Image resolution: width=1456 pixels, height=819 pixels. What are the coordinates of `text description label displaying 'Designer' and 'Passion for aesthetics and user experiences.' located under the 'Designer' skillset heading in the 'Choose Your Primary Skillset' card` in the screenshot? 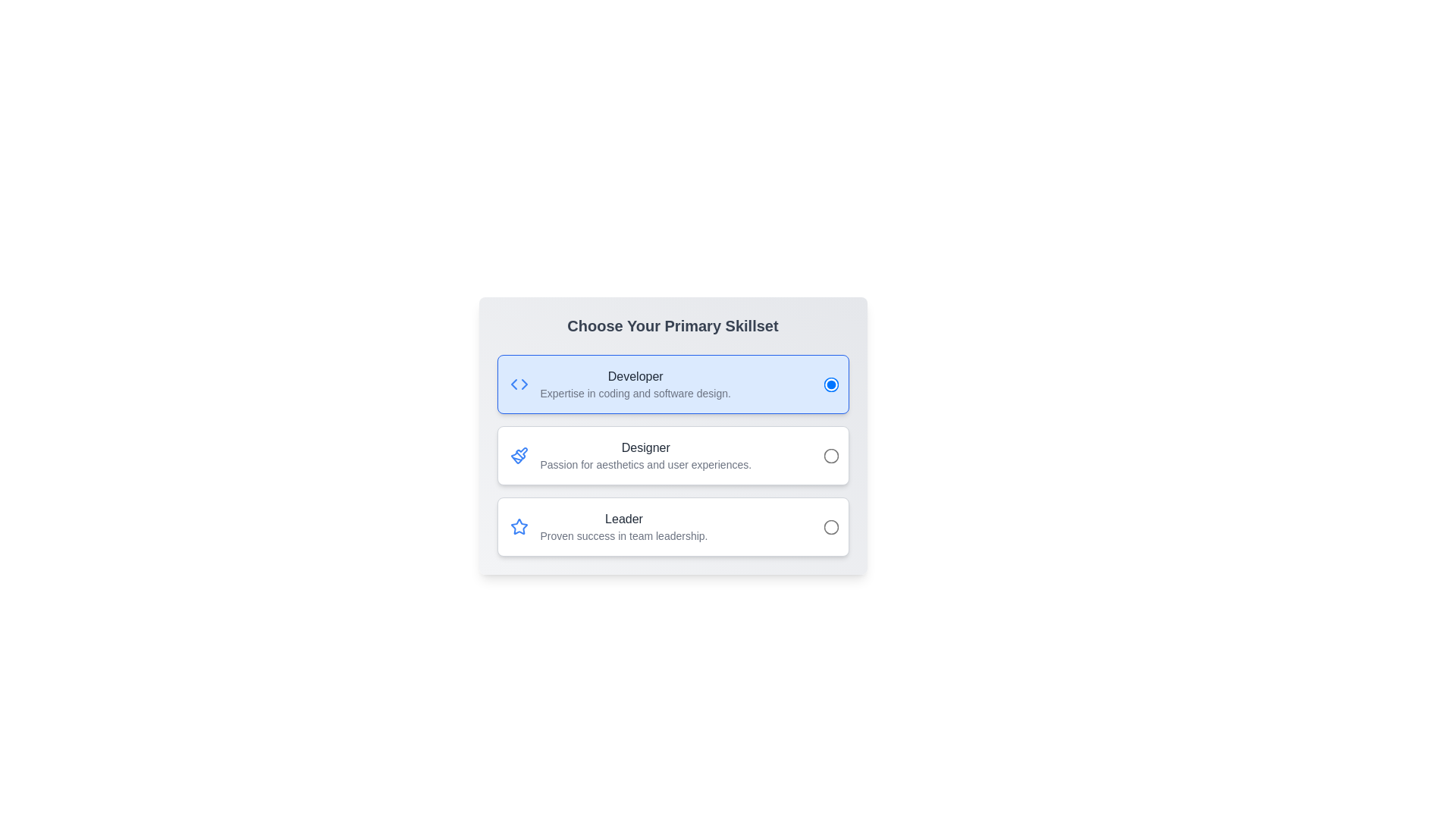 It's located at (645, 455).